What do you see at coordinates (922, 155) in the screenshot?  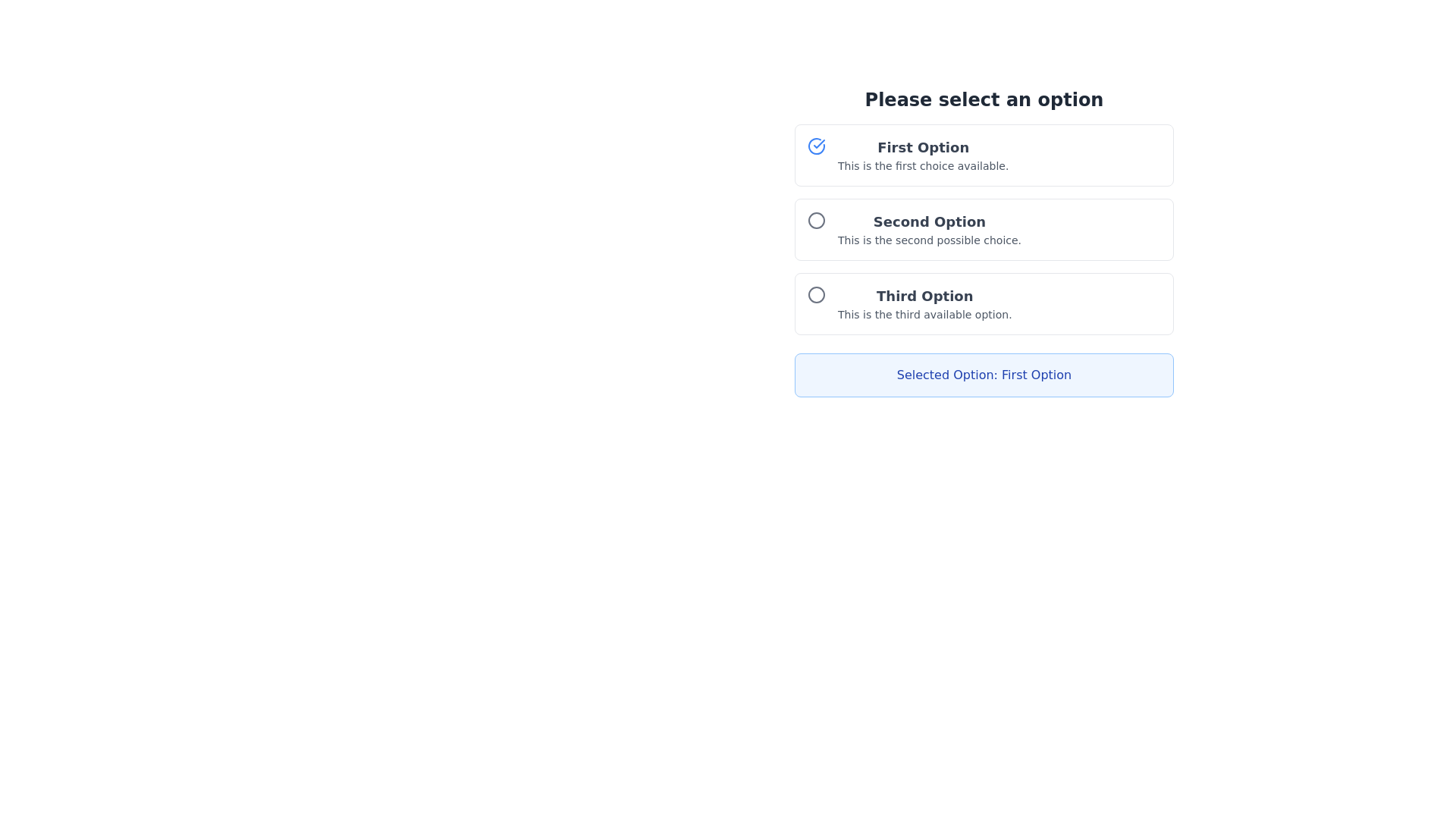 I see `the topmost selectable option labeled 'First Option' in the vertical list of choices` at bounding box center [922, 155].